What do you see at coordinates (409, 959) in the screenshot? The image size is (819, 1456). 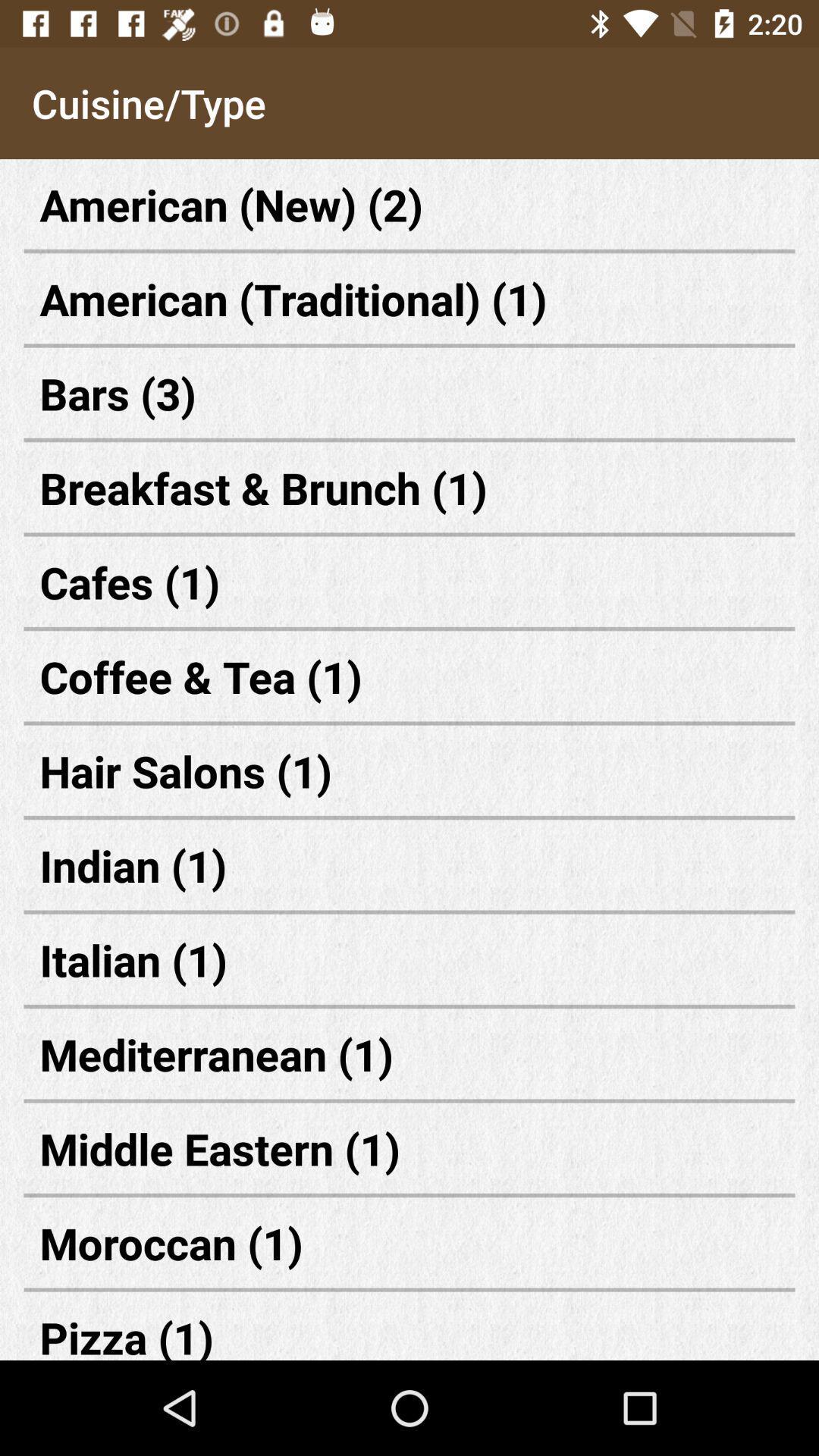 I see `the italian (1)` at bounding box center [409, 959].